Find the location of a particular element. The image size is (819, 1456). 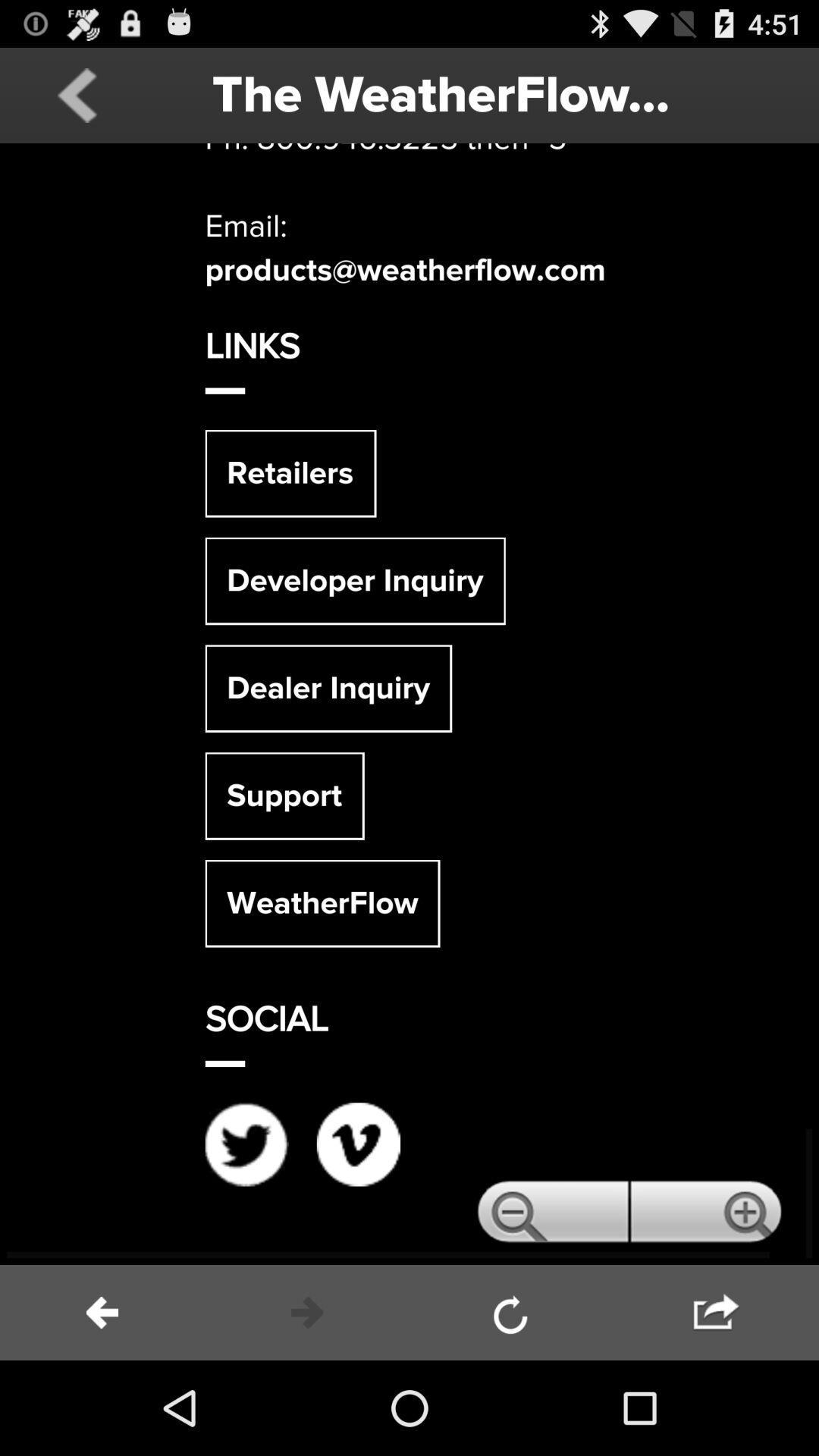

next page is located at coordinates (717, 1312).